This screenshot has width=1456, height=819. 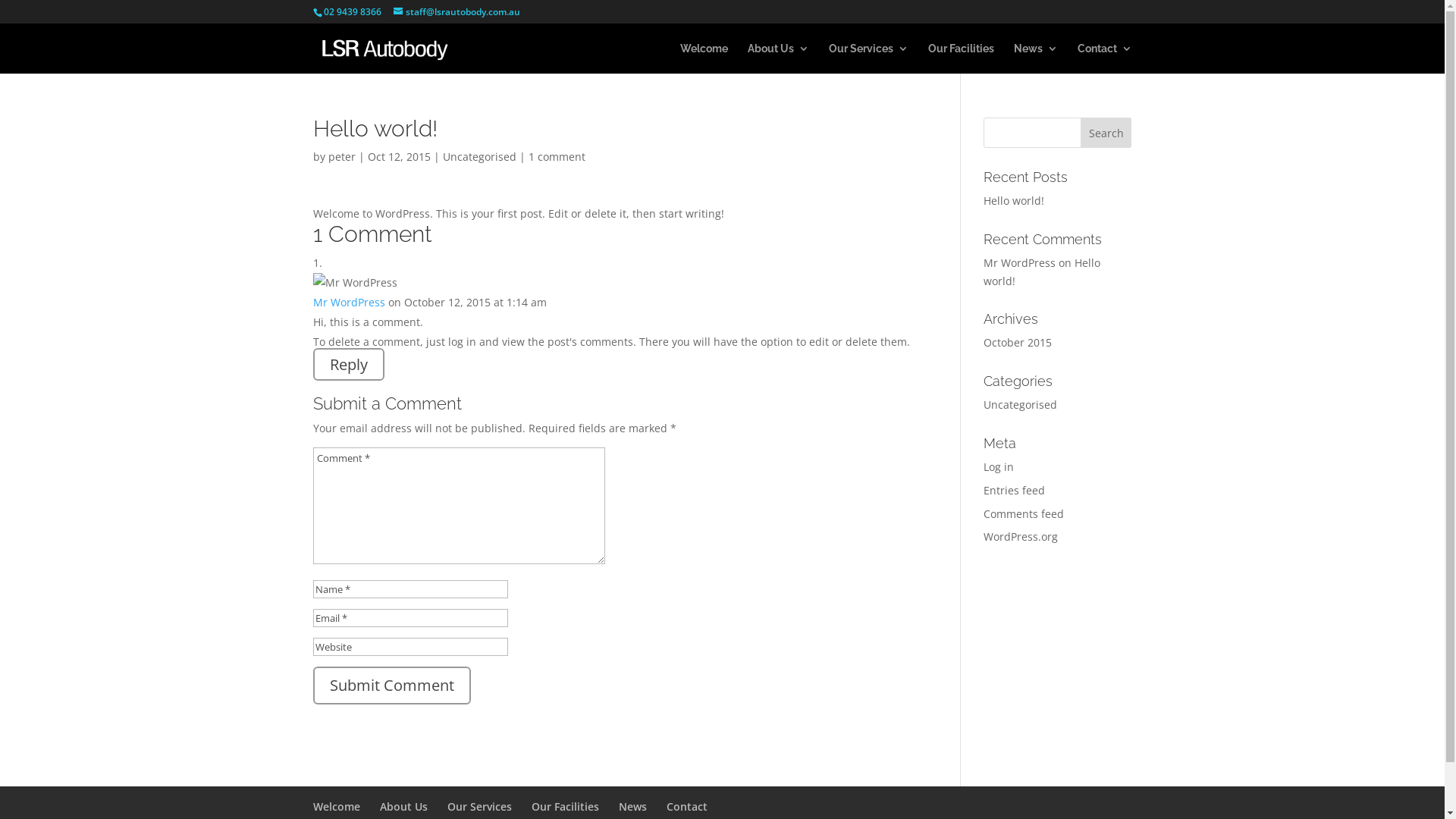 I want to click on 'Search', so click(x=1106, y=131).